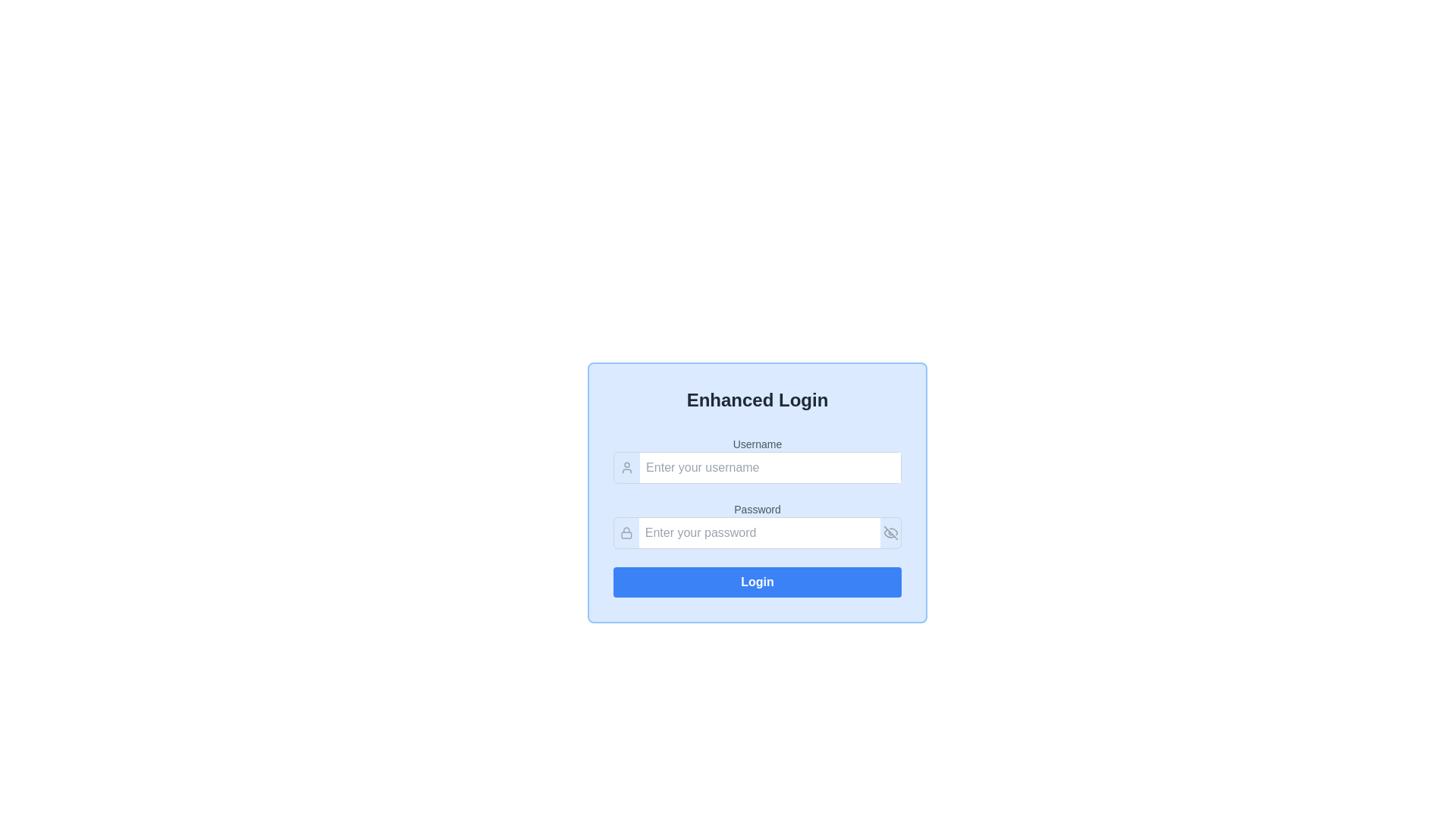  I want to click on the gray lock icon positioned on the left side of the password input field, which serves as a visual cue for security, so click(626, 532).